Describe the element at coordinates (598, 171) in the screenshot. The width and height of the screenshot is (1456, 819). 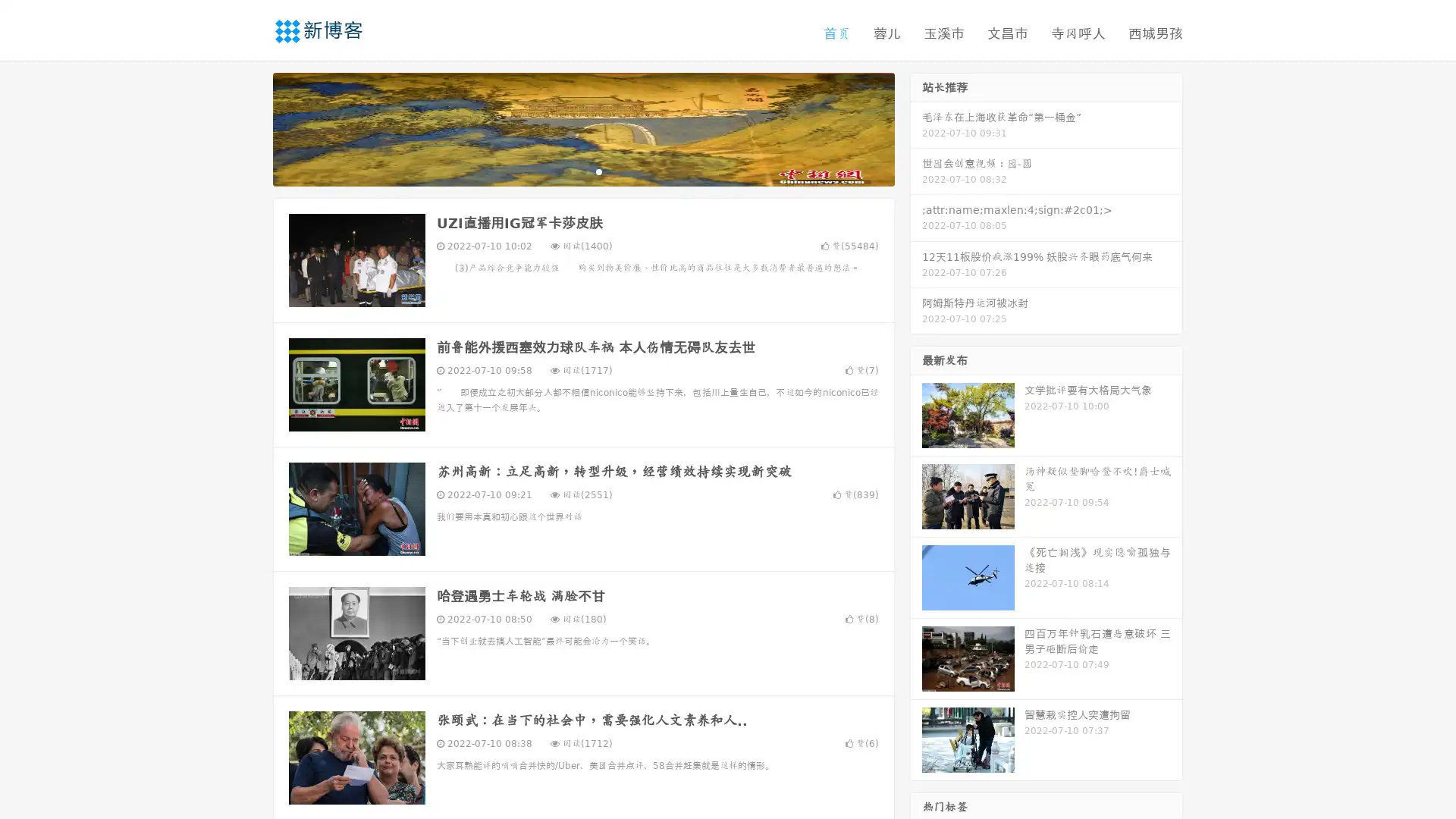
I see `Go to slide 3` at that location.